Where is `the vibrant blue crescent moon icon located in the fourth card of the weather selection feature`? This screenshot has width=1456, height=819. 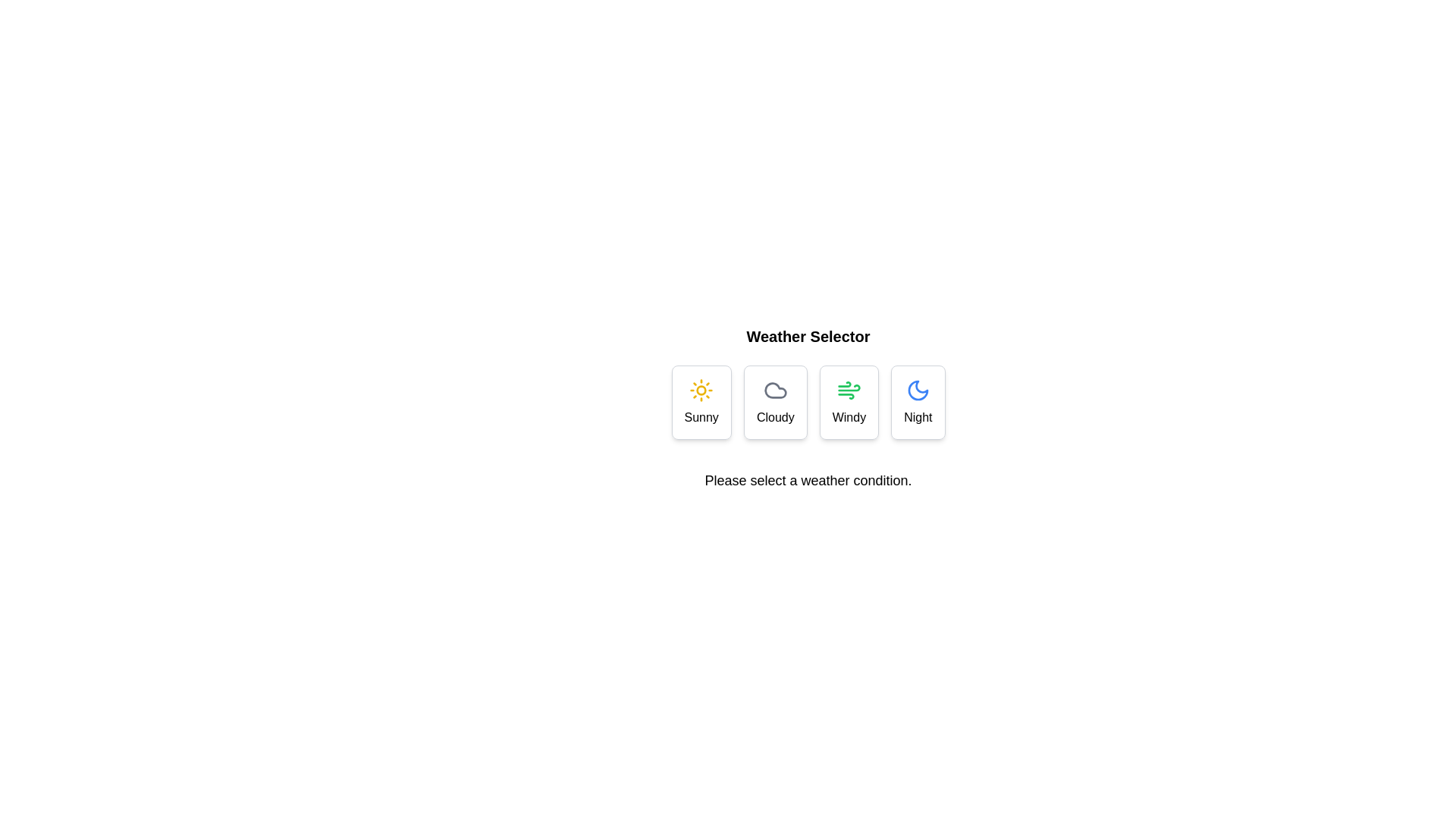
the vibrant blue crescent moon icon located in the fourth card of the weather selection feature is located at coordinates (917, 390).